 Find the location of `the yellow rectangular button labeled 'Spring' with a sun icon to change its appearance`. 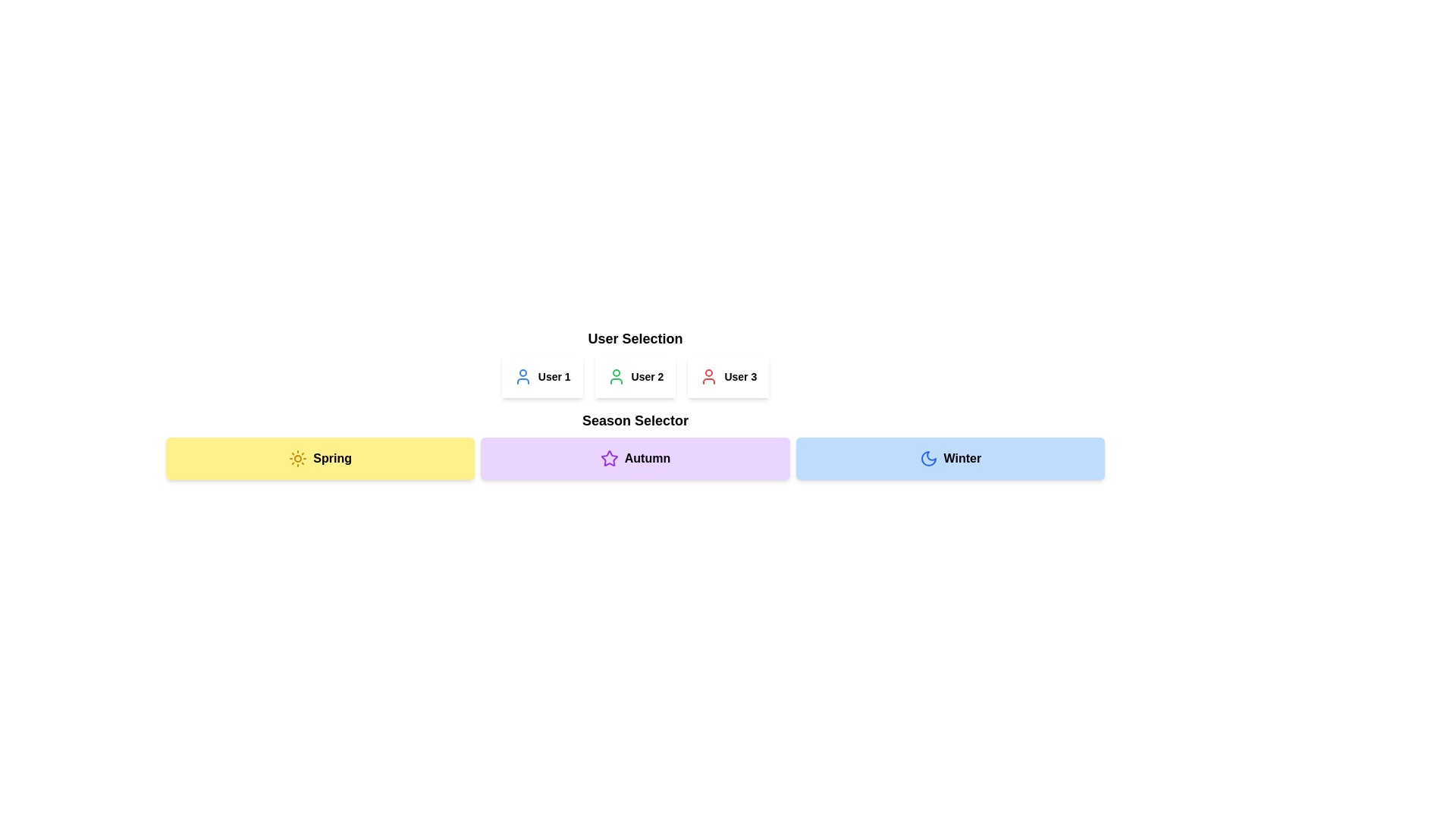

the yellow rectangular button labeled 'Spring' with a sun icon to change its appearance is located at coordinates (319, 458).